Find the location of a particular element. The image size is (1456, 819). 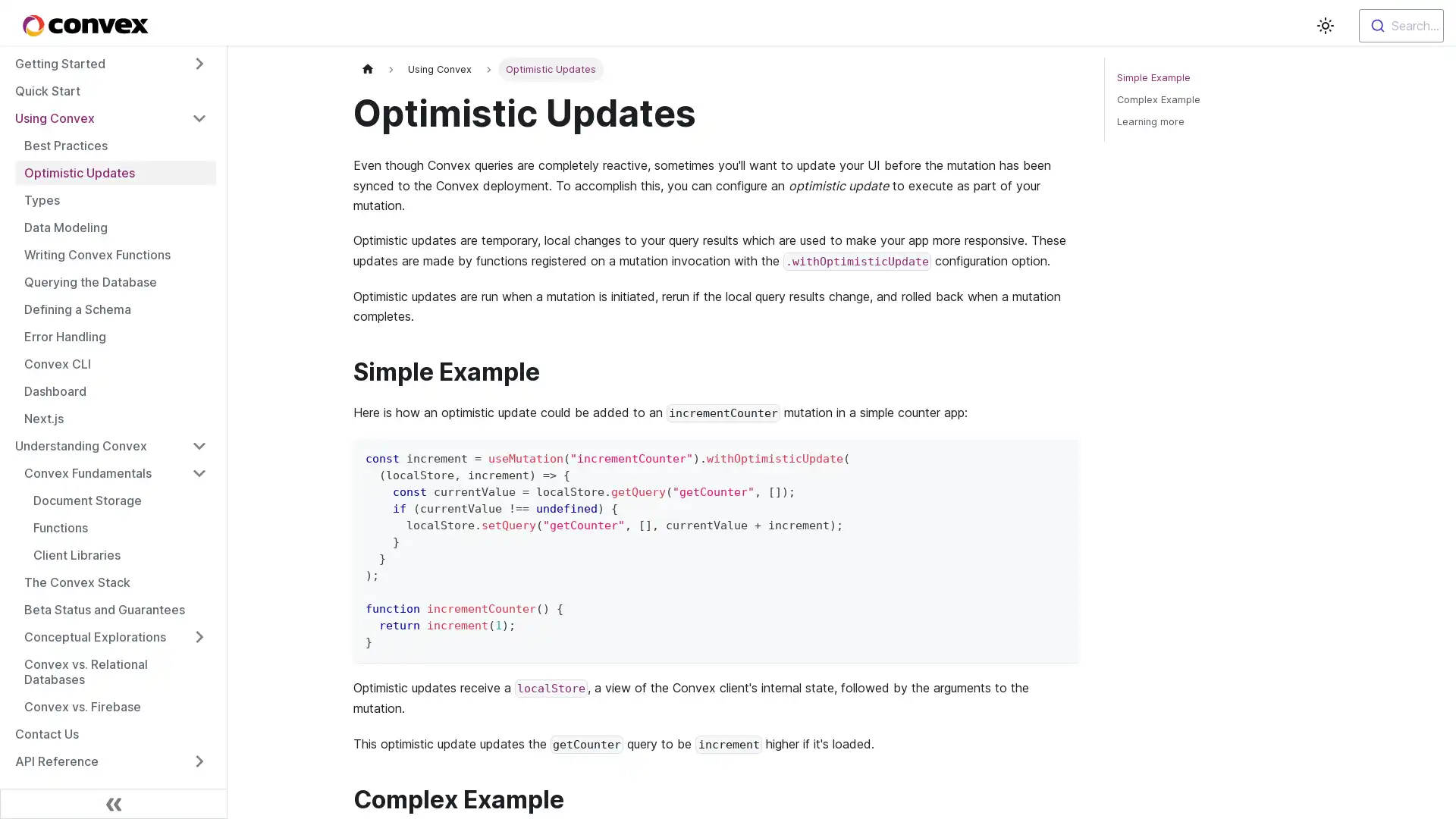

Copy code to clipboard is located at coordinates (1060, 455).